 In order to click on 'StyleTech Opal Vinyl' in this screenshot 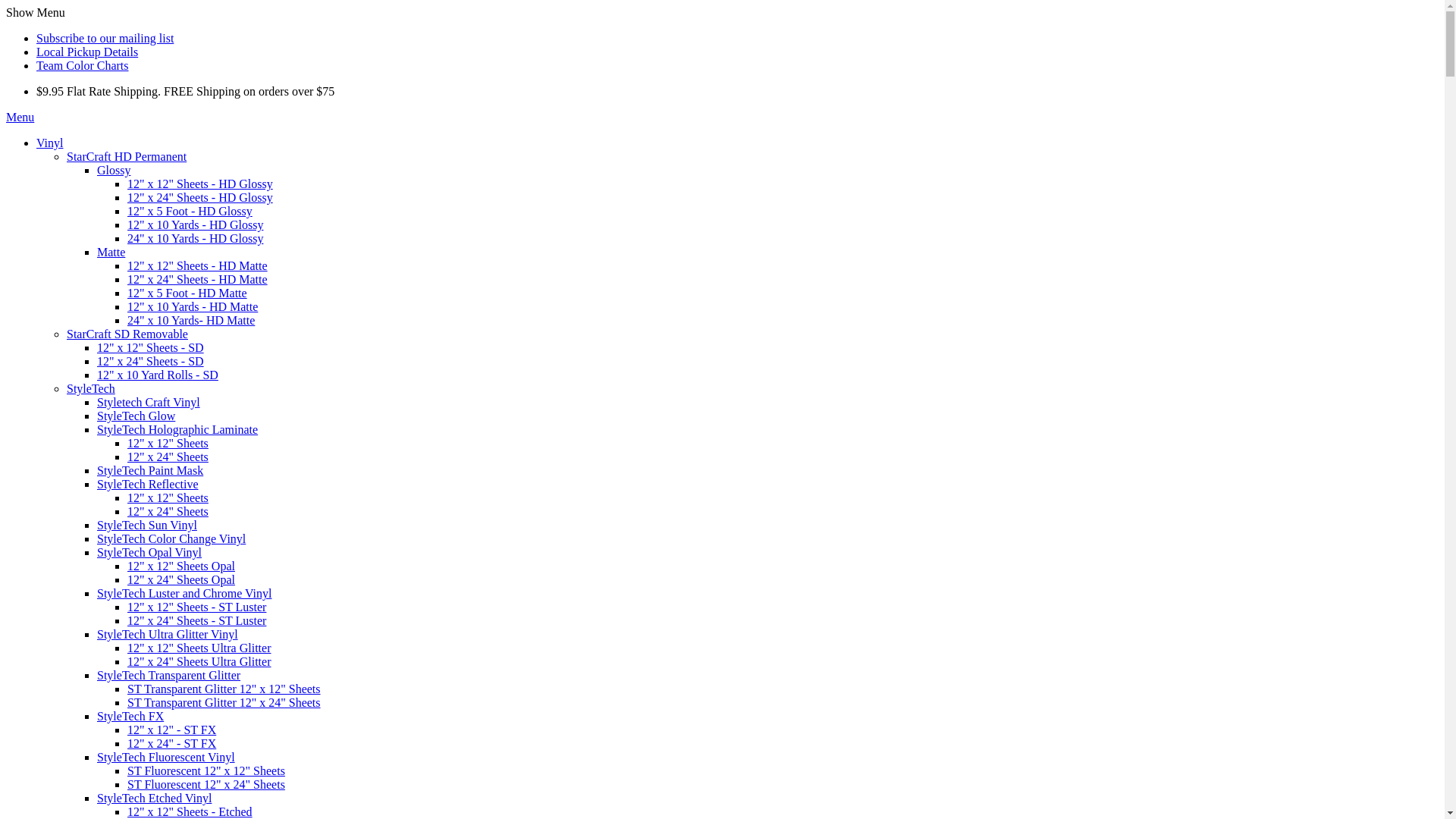, I will do `click(96, 552)`.